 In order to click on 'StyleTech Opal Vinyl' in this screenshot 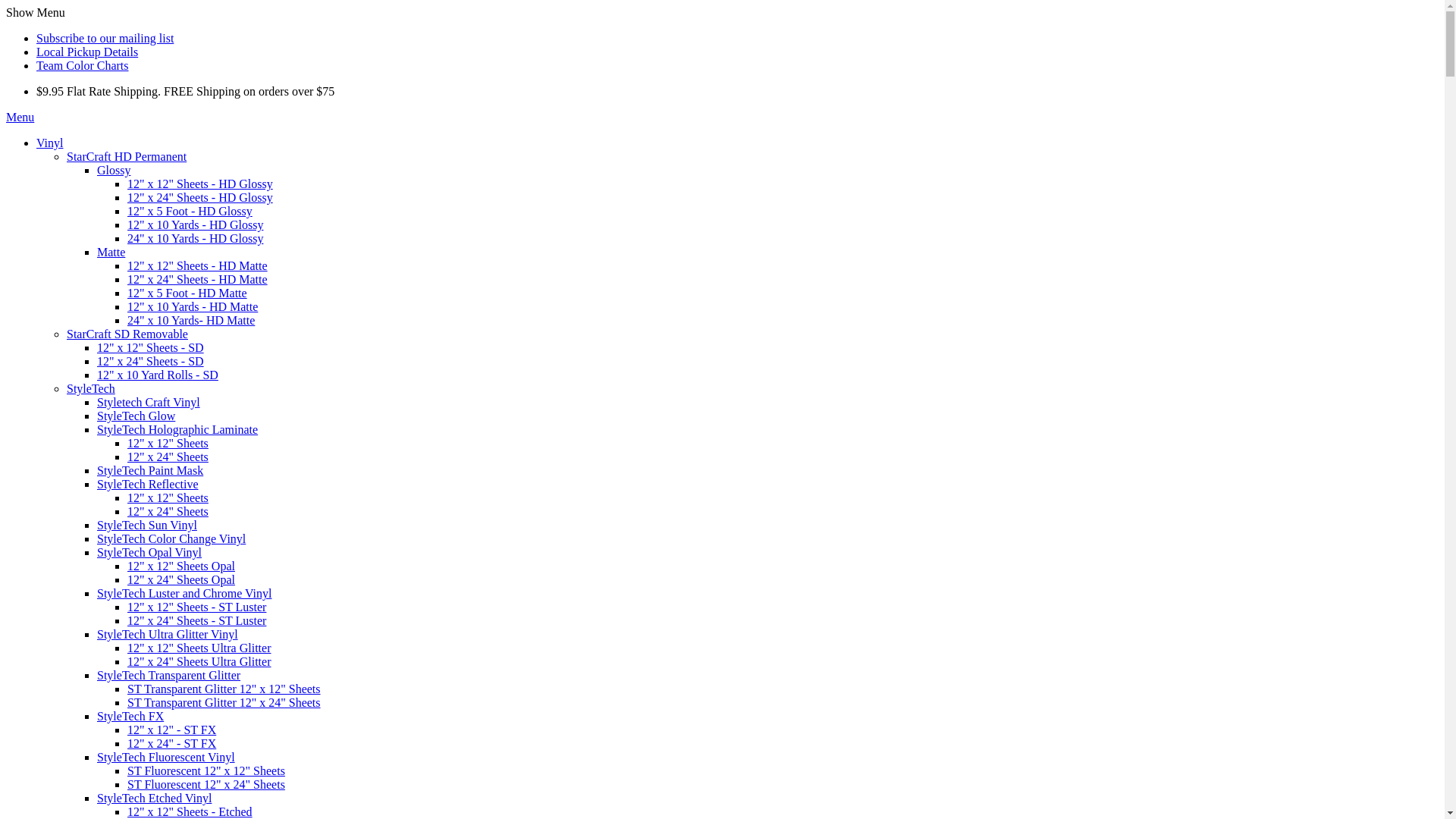, I will do `click(96, 552)`.